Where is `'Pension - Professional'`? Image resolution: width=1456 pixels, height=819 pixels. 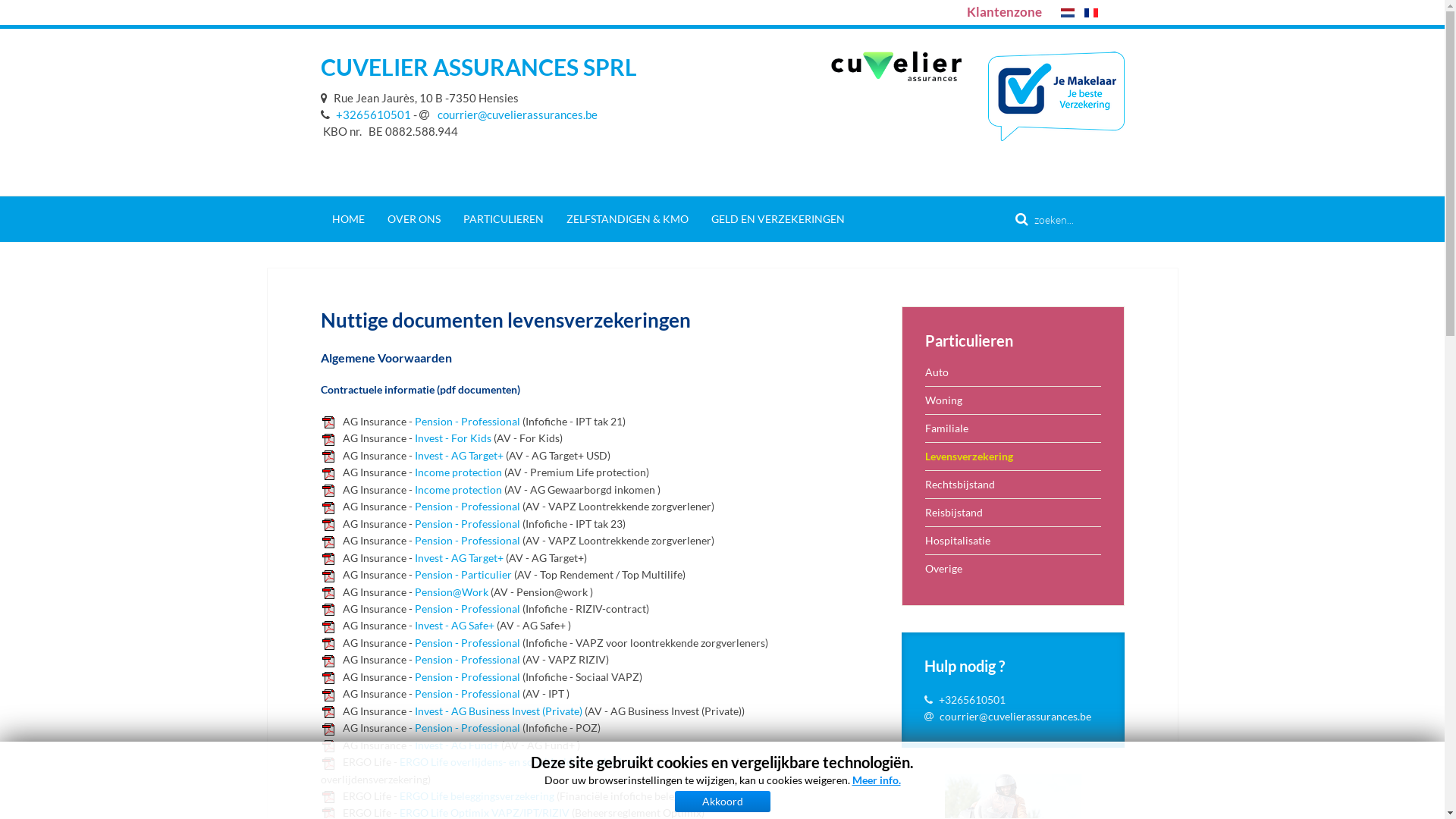
'Pension - Professional' is located at coordinates (414, 693).